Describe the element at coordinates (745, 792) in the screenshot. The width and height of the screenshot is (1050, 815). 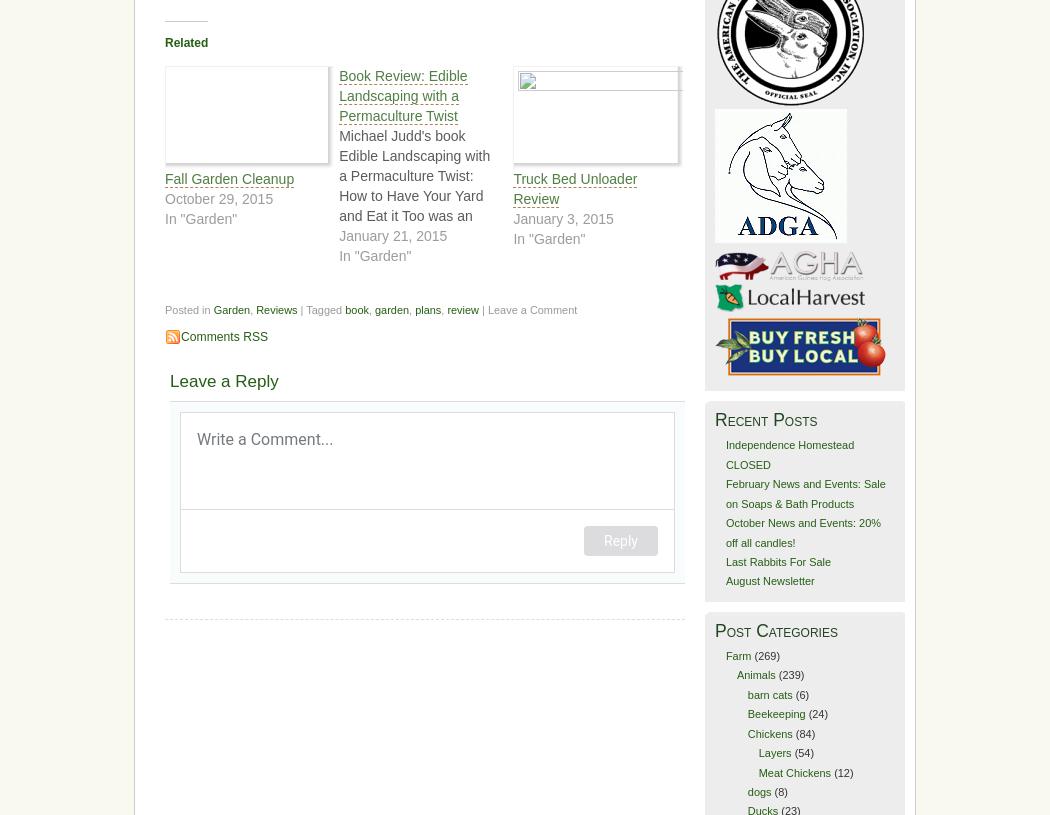
I see `'dogs'` at that location.